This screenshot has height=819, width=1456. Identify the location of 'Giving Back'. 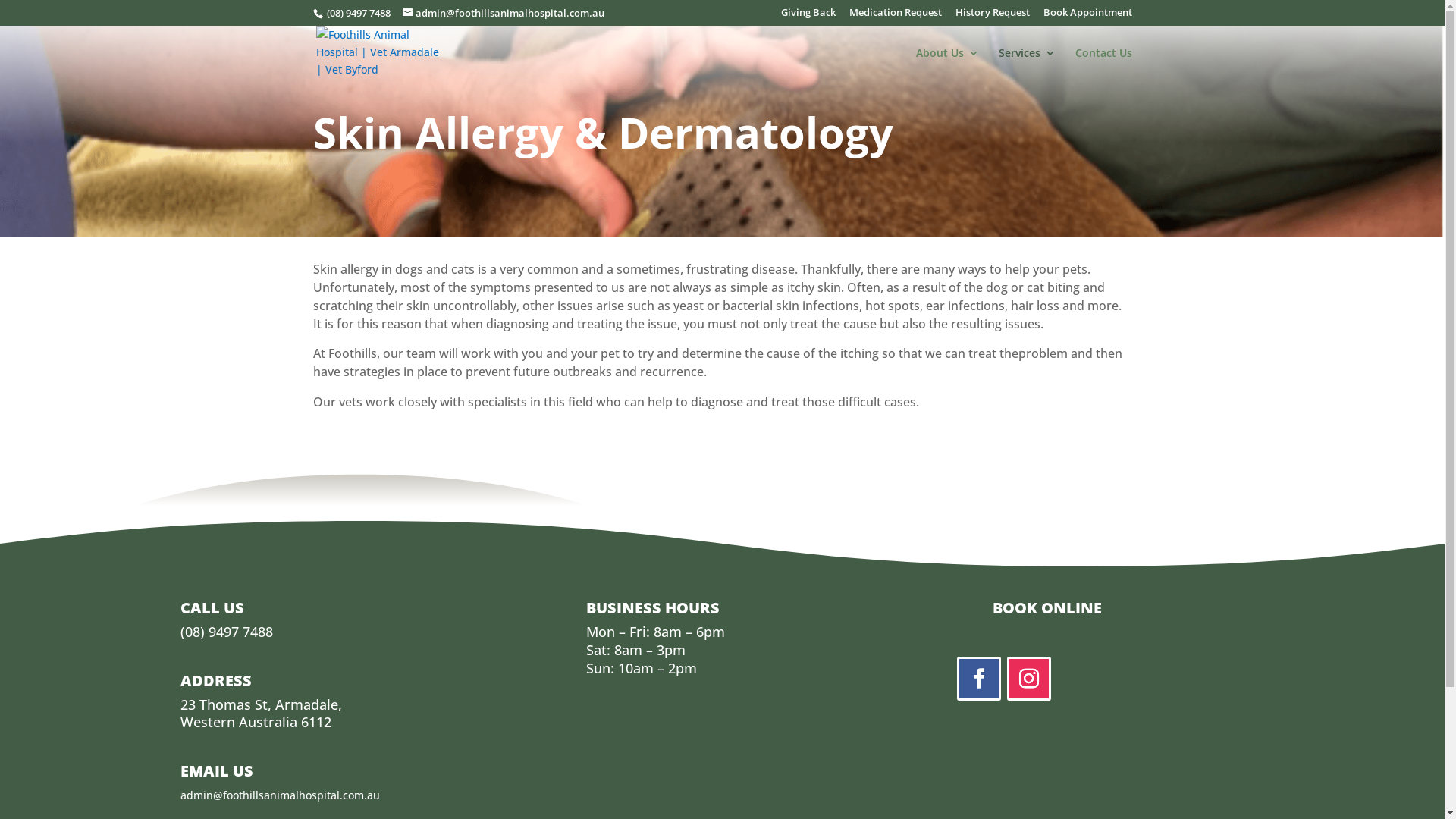
(807, 16).